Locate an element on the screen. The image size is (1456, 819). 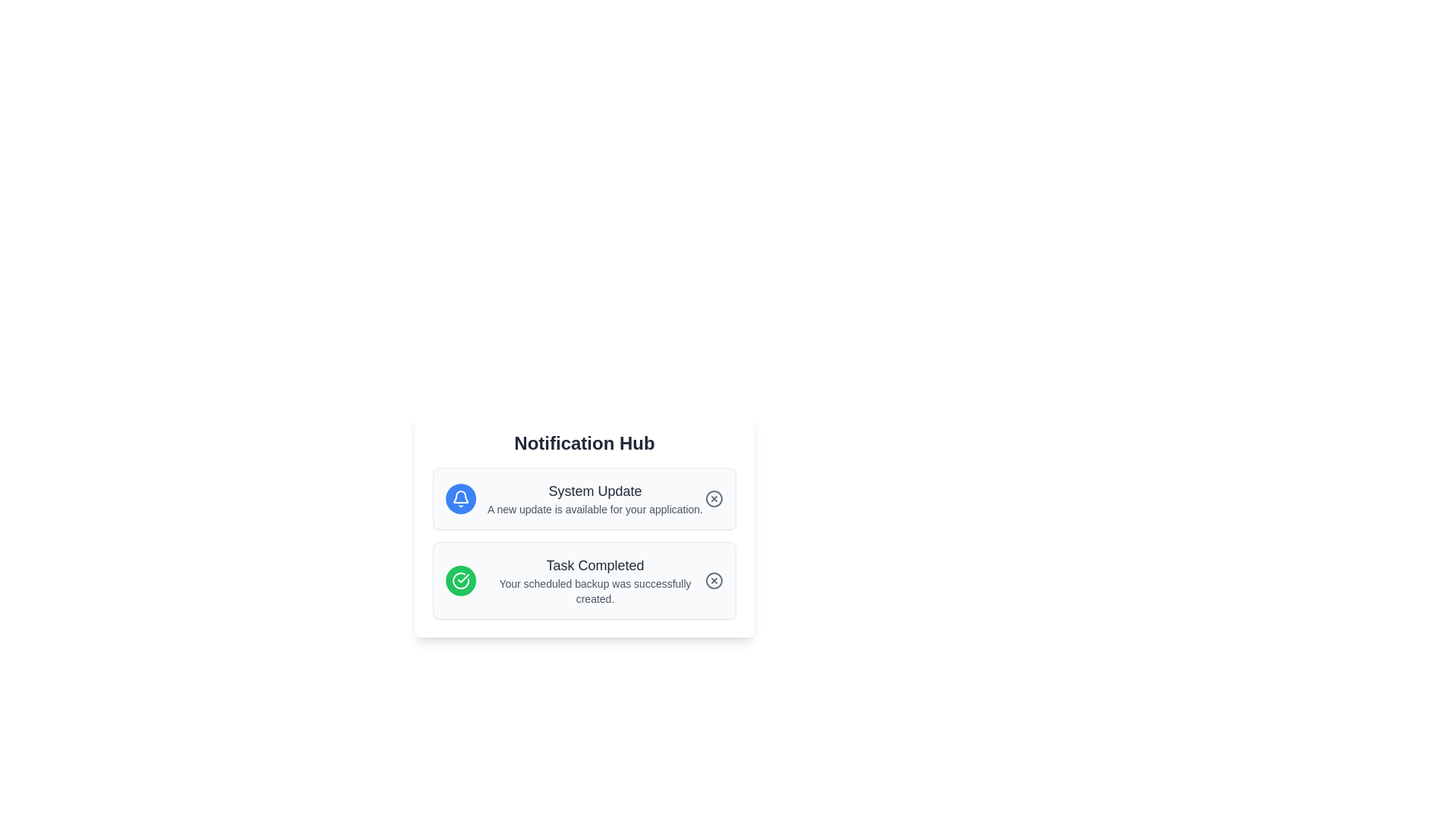
the small circular button with a cross inside, styled with a gray outline, located at the top-right corner of the 'Task Completed' message card is located at coordinates (713, 580).